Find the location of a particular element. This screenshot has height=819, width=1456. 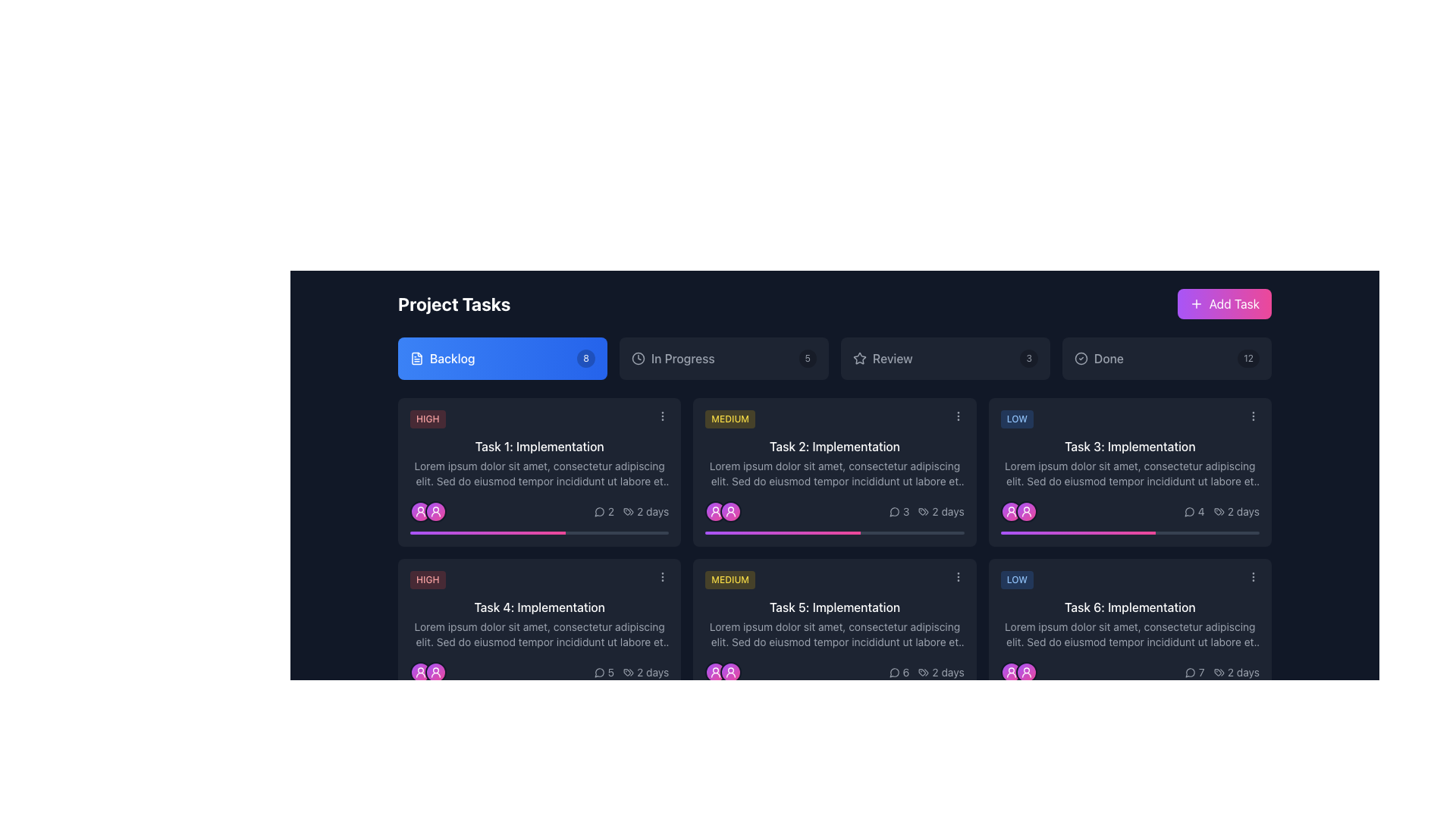

the small rectangular badge with a red background and light red text saying 'HIGH', located in the top-left corner of the card labeled 'Task 4: Implementation' is located at coordinates (539, 579).